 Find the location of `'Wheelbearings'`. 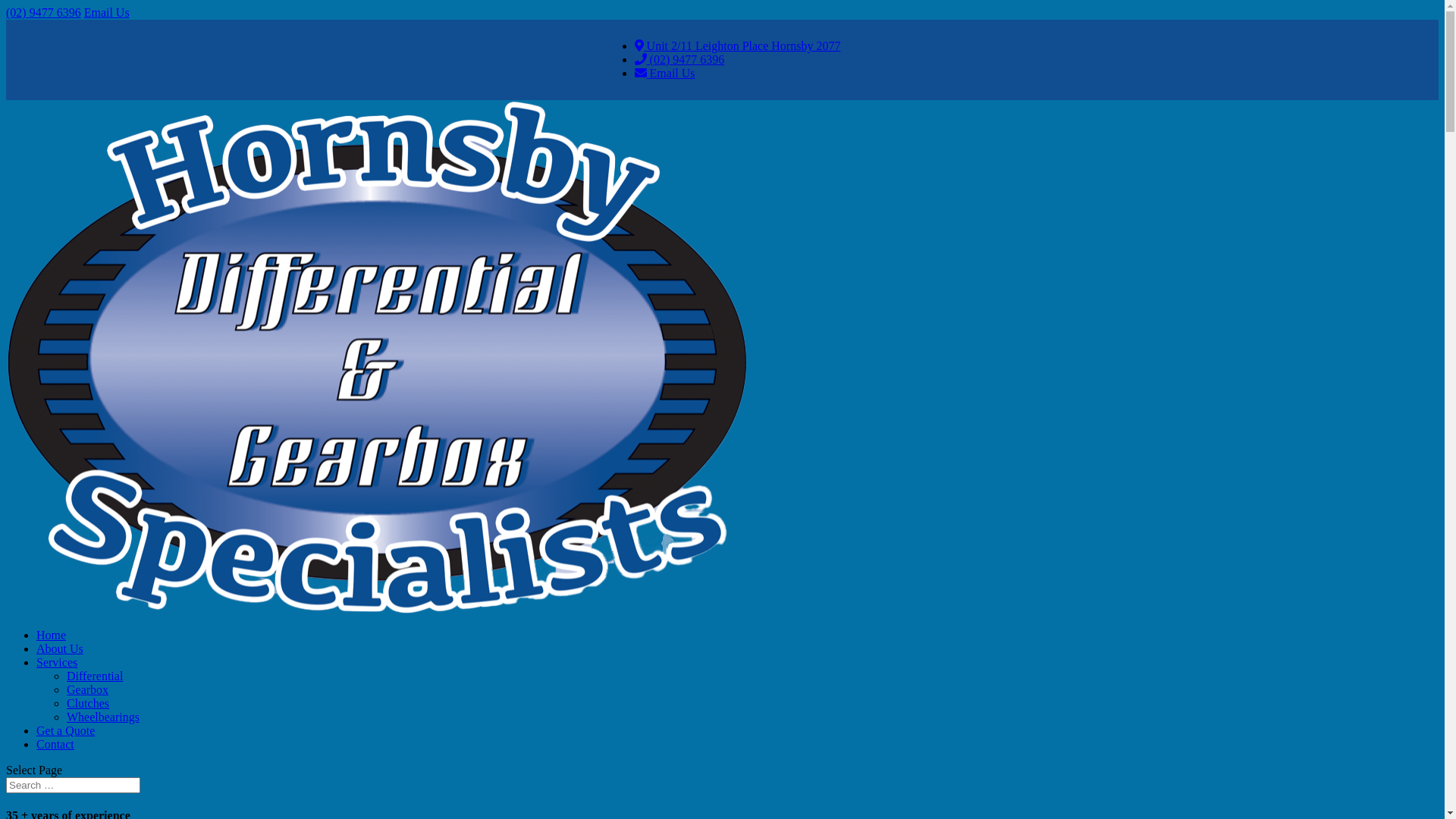

'Wheelbearings' is located at coordinates (102, 717).